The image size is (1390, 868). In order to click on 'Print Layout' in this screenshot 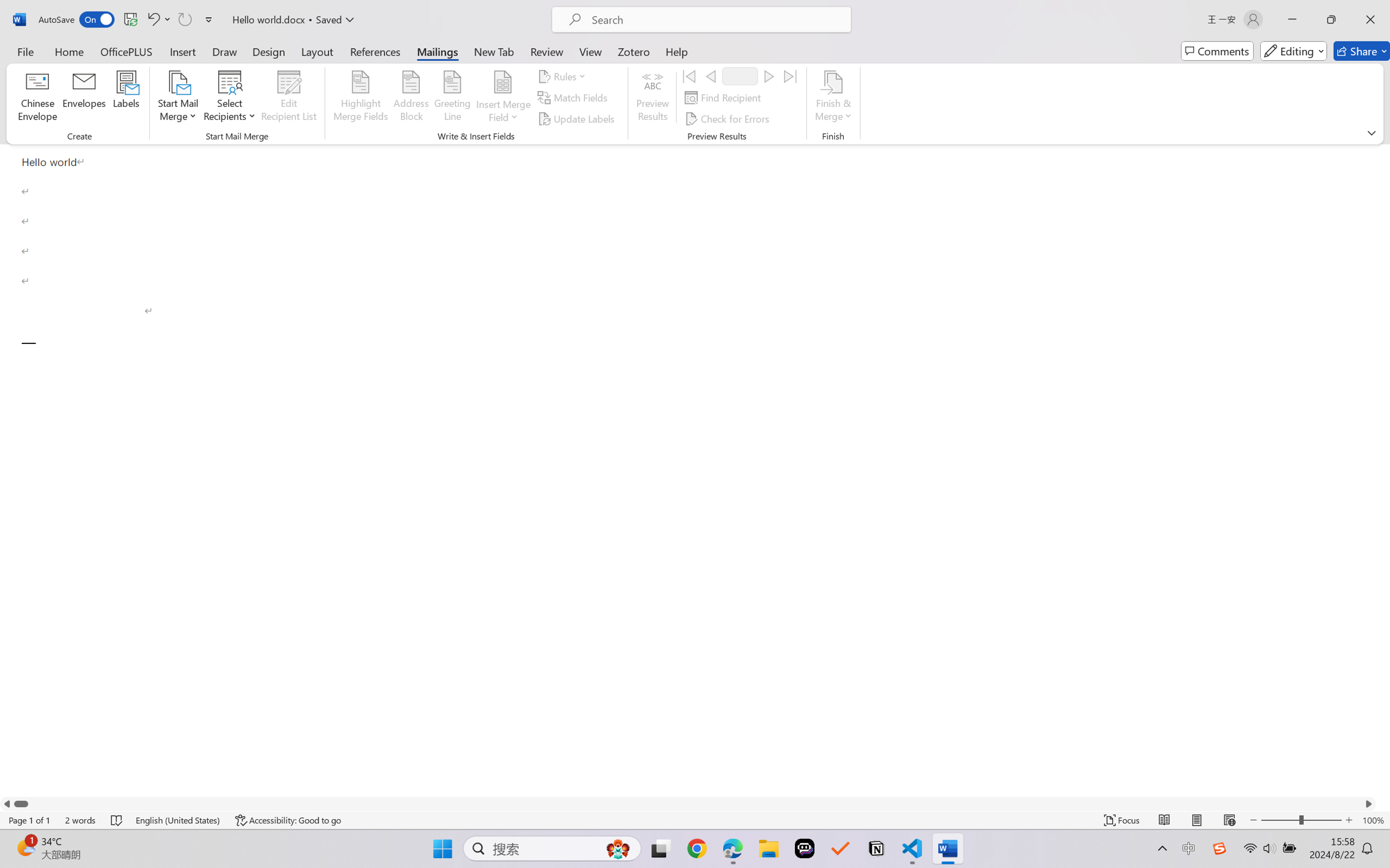, I will do `click(1196, 820)`.